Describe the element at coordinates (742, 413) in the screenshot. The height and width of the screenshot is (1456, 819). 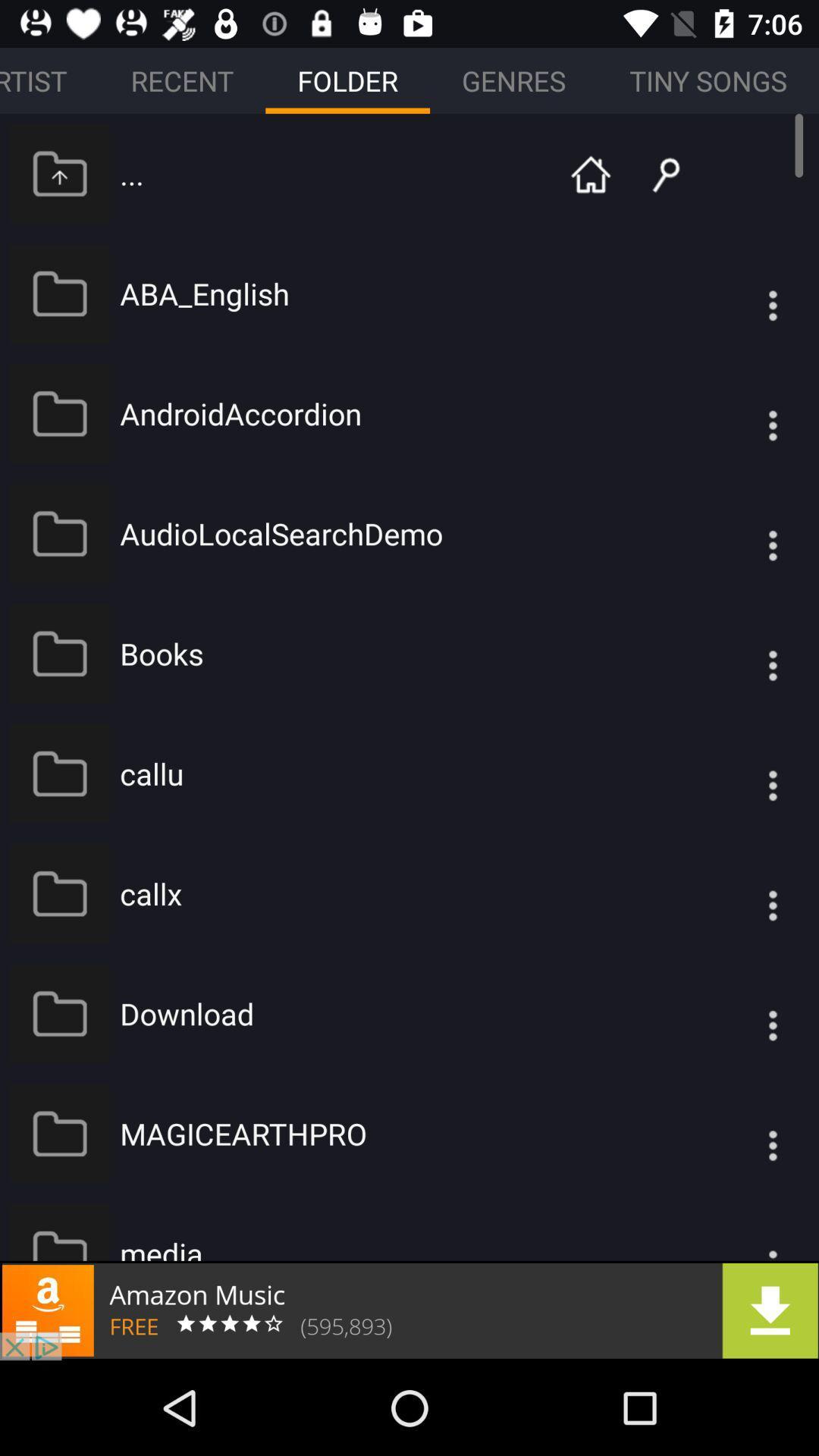
I see `folder menu` at that location.